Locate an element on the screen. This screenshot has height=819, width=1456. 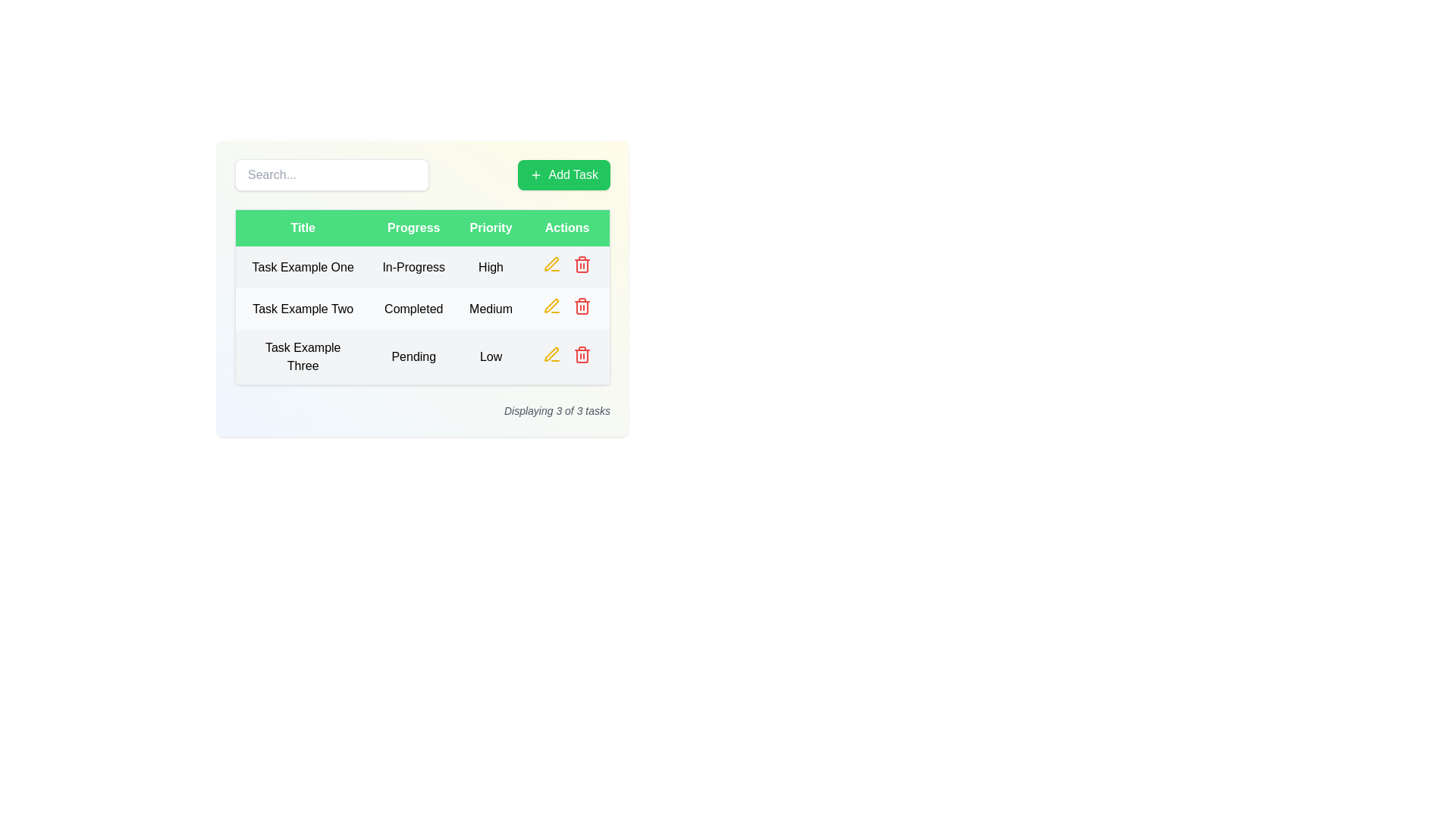
text label that says 'Completed', which is located in the second column under the 'Progress' column for the row labeled 'Task Example Two' is located at coordinates (413, 308).